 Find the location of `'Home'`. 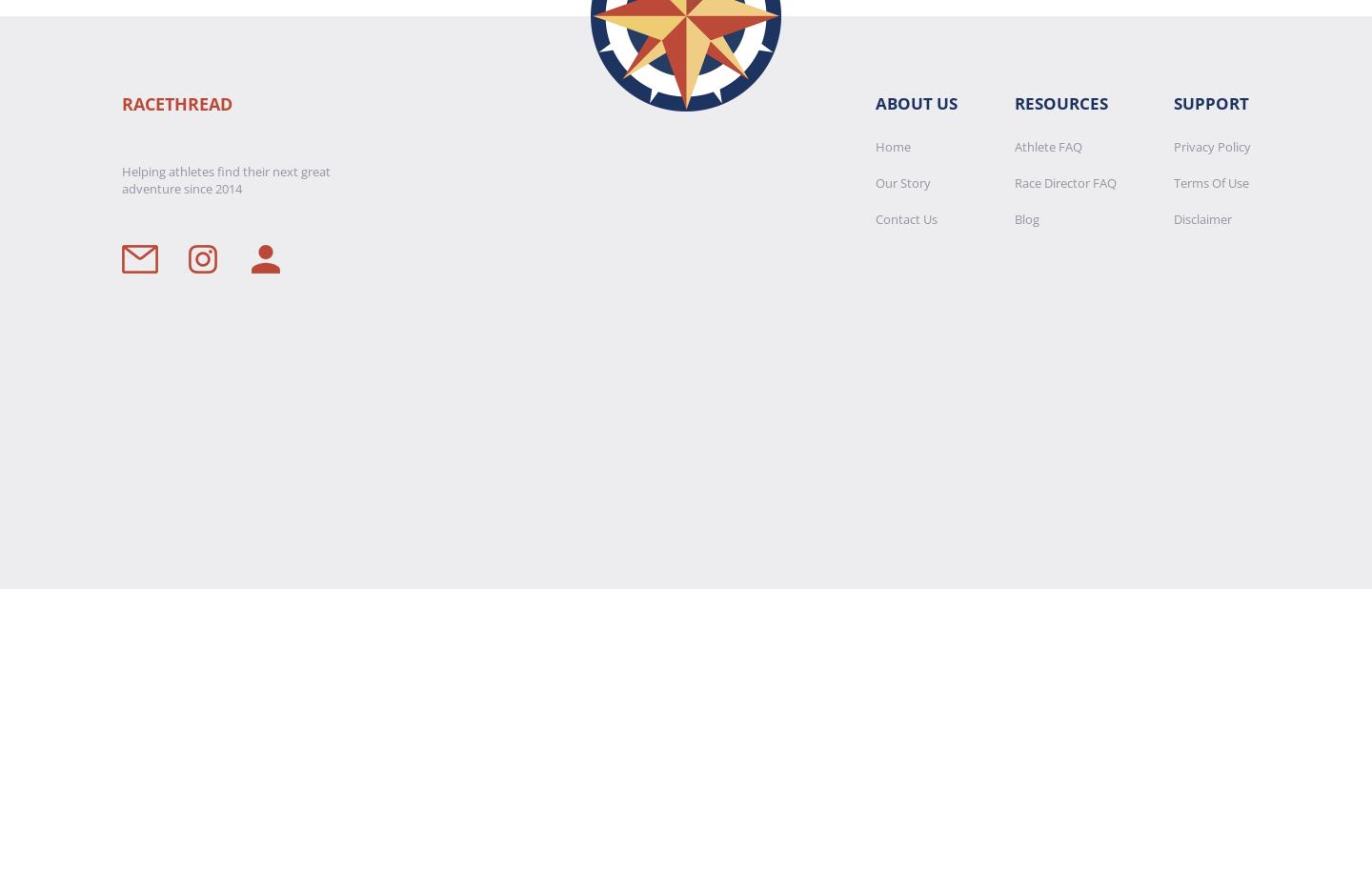

'Home' is located at coordinates (892, 147).